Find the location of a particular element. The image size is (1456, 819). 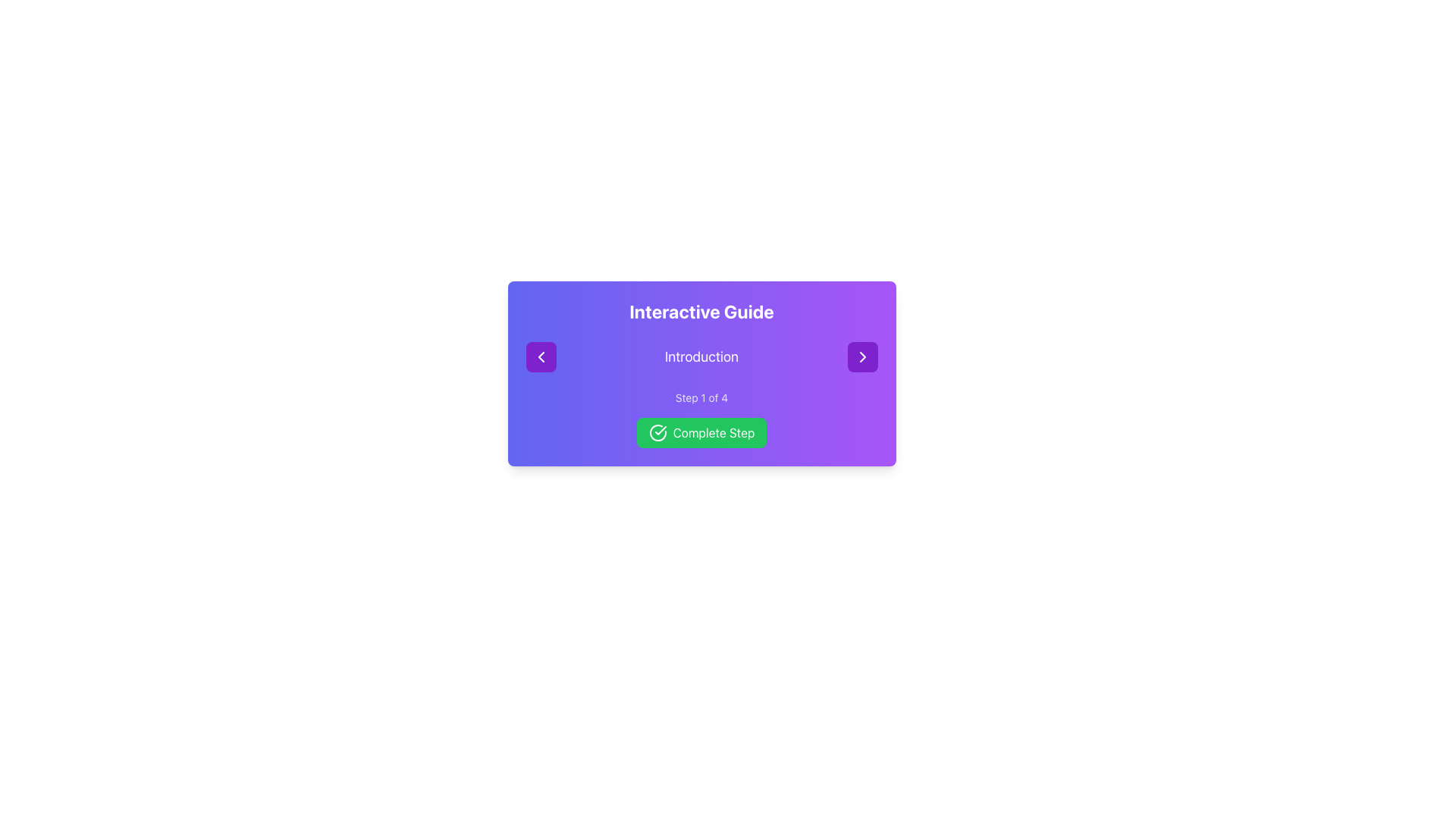

the green circular icon with a check mark, which is positioned to the left of the 'Complete Step' button text at the bottom-center of the content area is located at coordinates (657, 432).